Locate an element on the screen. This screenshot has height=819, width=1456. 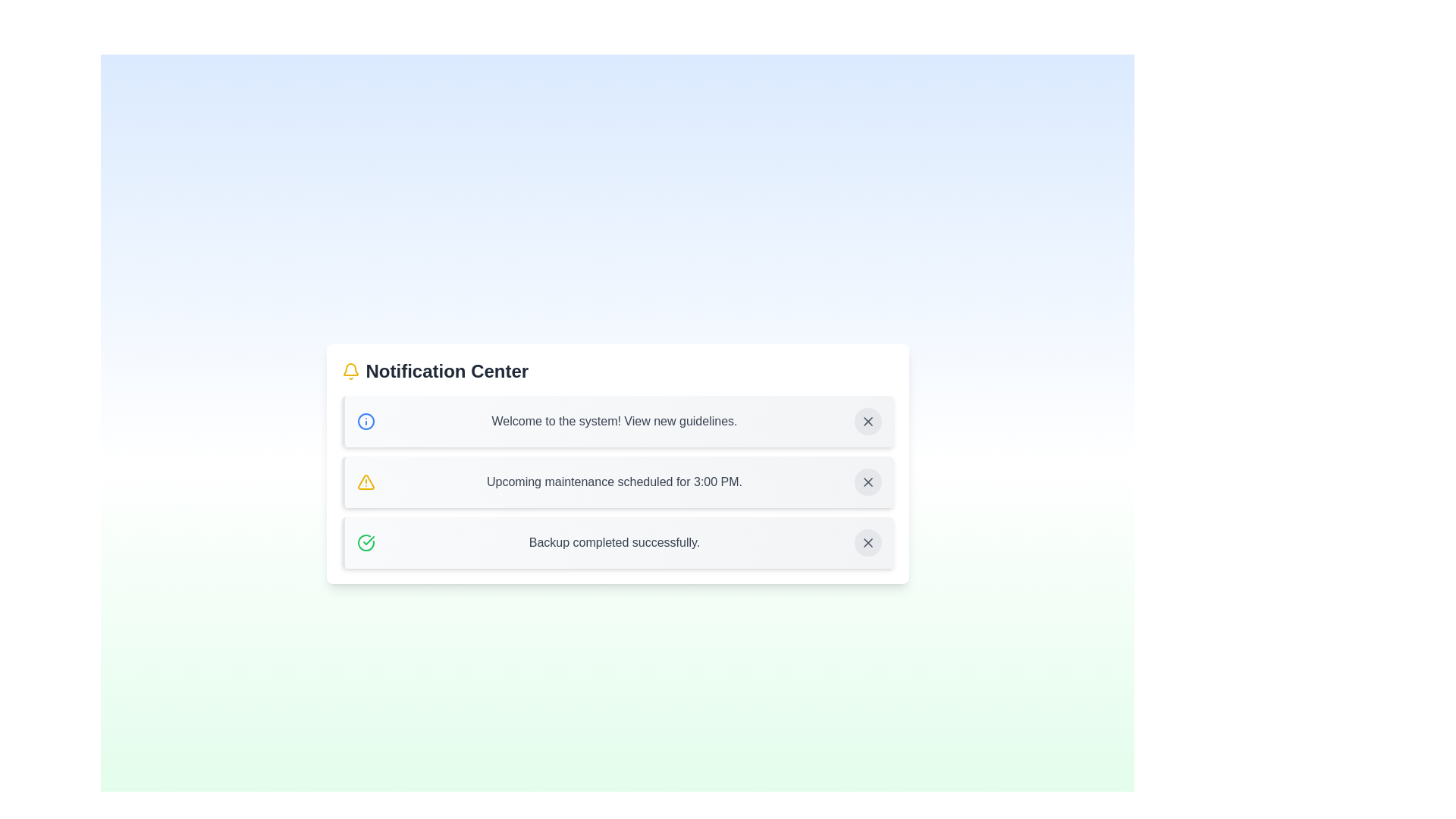
the bell icon located at the leftmost position within the header of the 'Notification Center' section is located at coordinates (350, 371).